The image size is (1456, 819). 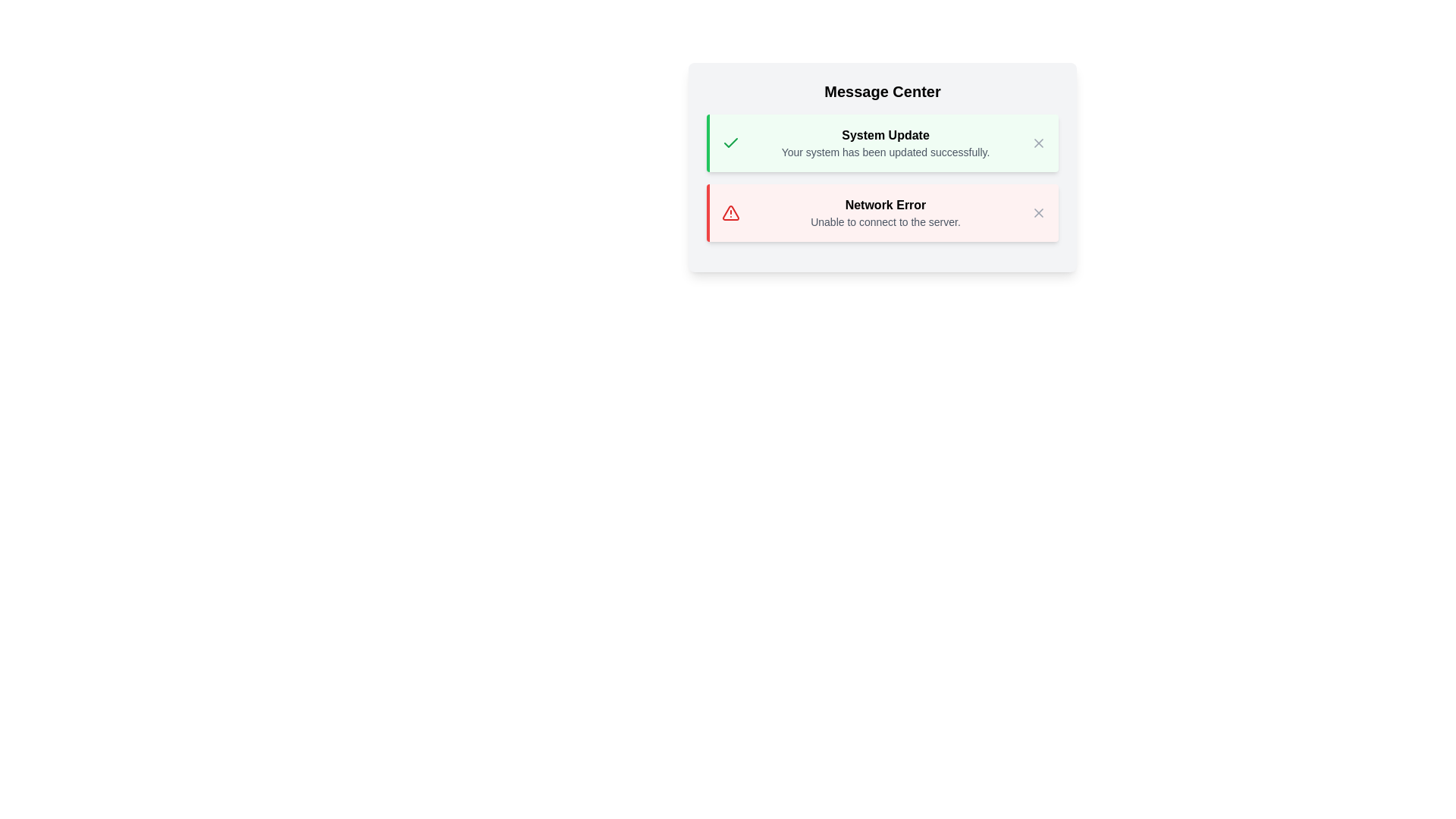 I want to click on error message located in the lower section of the card labeled 'Network Error', which states 'Unable to connect to the server.', so click(x=885, y=213).